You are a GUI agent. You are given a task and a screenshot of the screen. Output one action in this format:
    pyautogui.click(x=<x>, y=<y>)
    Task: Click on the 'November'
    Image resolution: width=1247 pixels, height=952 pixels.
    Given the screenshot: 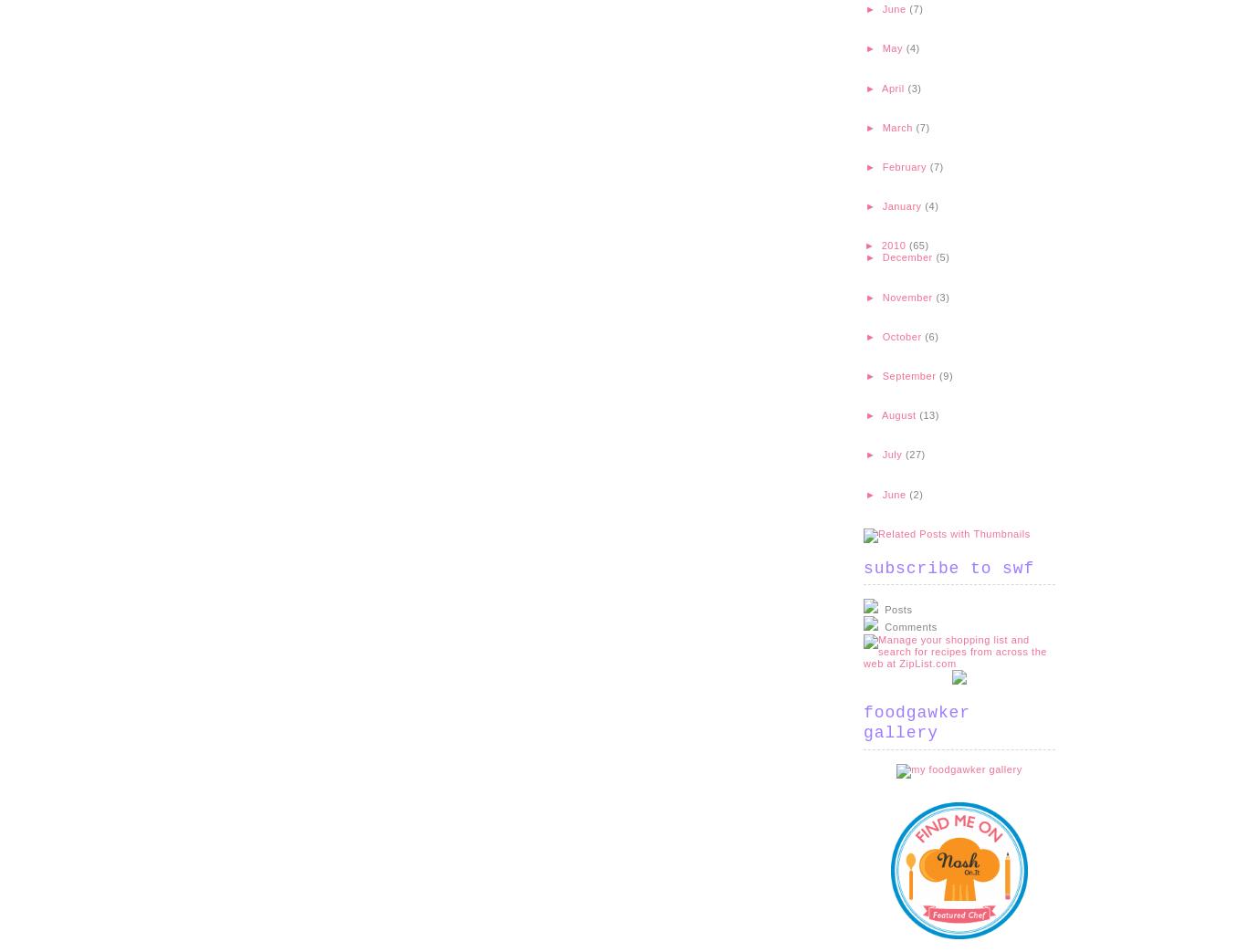 What is the action you would take?
    pyautogui.click(x=908, y=295)
    